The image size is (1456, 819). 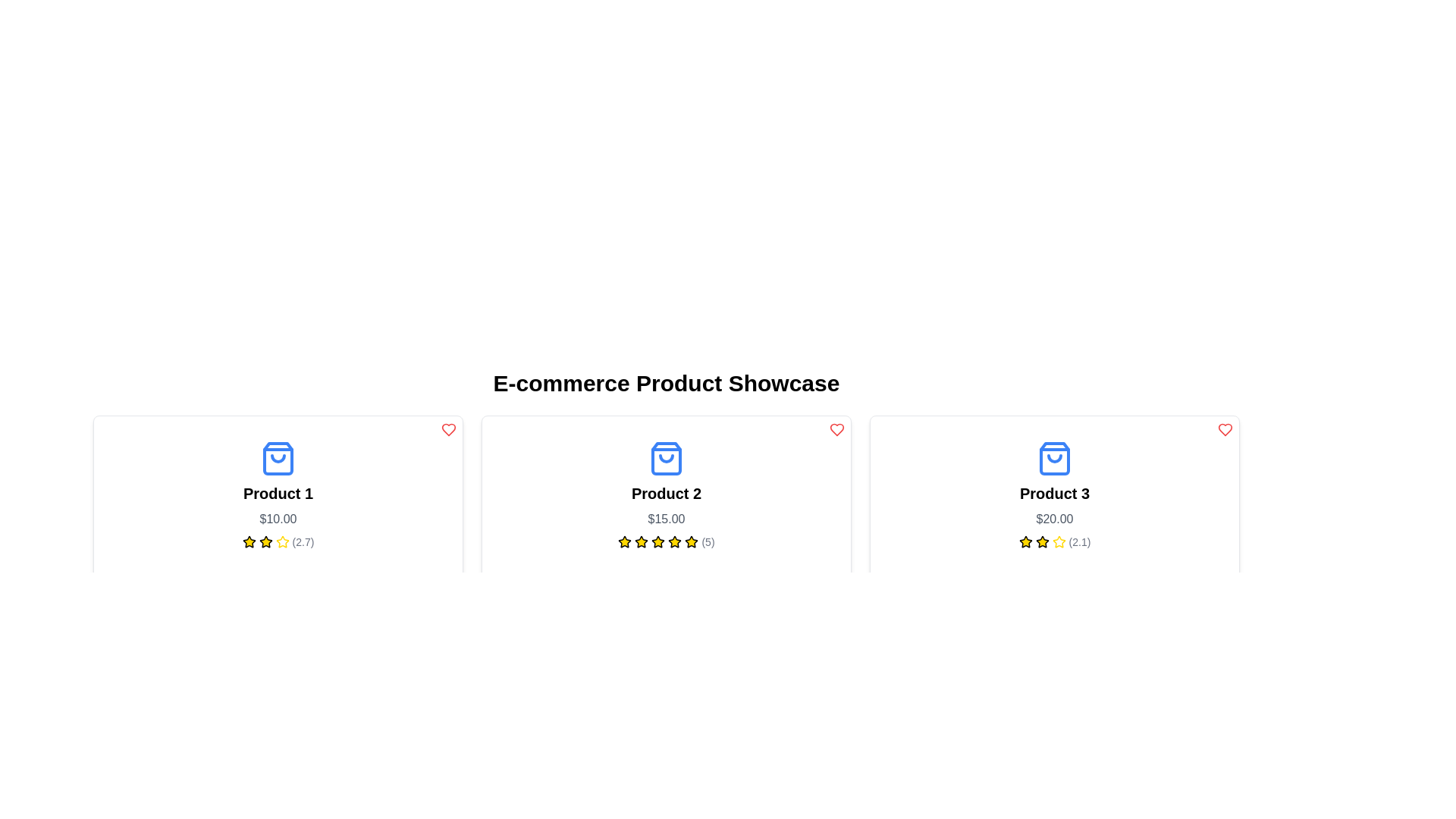 I want to click on the text element displaying the user rating for 'Product 1', located below the product's image and price, to the right of the last star, so click(x=303, y=541).